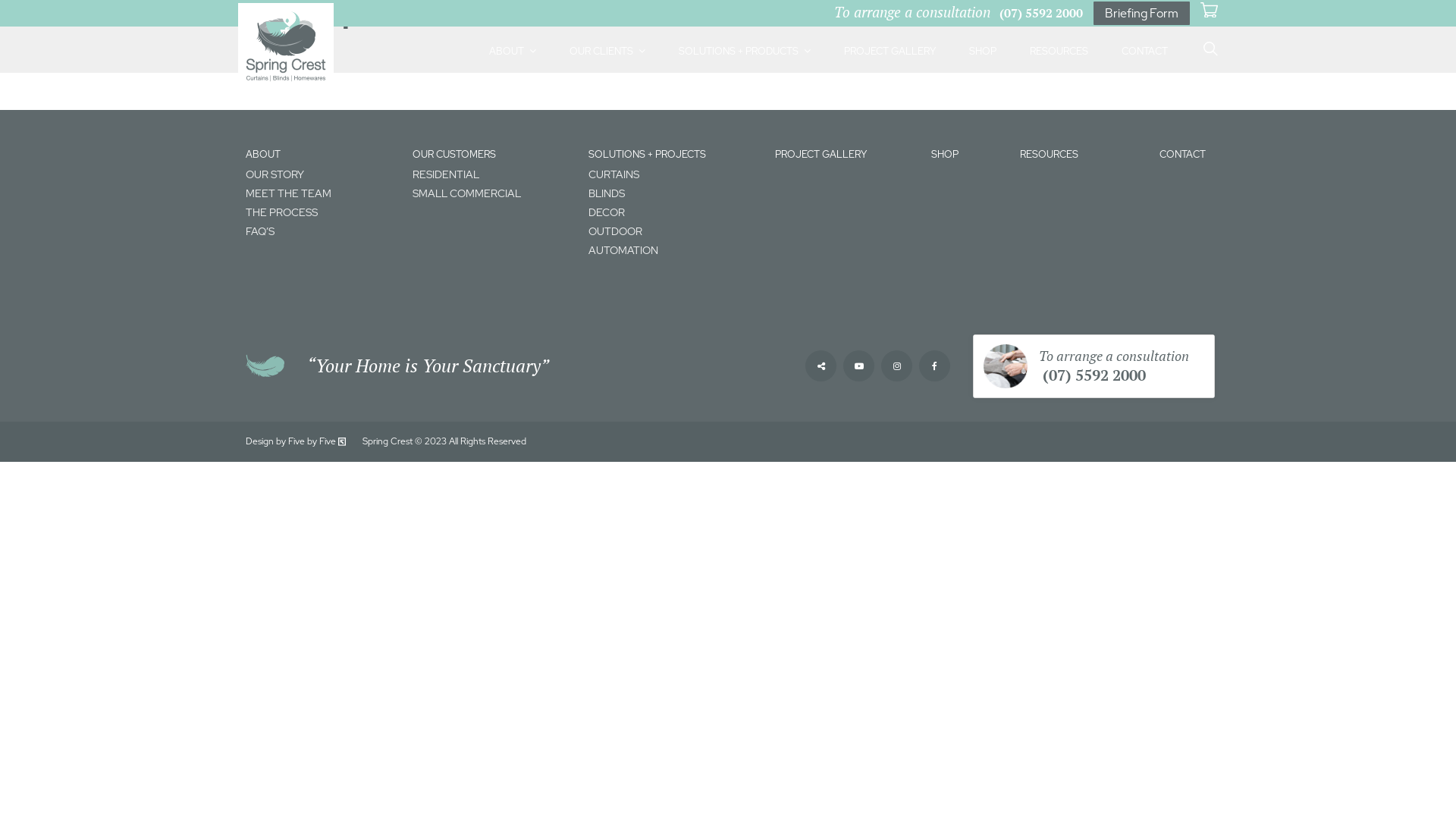 This screenshot has width=1456, height=819. What do you see at coordinates (297, 441) in the screenshot?
I see `'Design by Five by Five'` at bounding box center [297, 441].